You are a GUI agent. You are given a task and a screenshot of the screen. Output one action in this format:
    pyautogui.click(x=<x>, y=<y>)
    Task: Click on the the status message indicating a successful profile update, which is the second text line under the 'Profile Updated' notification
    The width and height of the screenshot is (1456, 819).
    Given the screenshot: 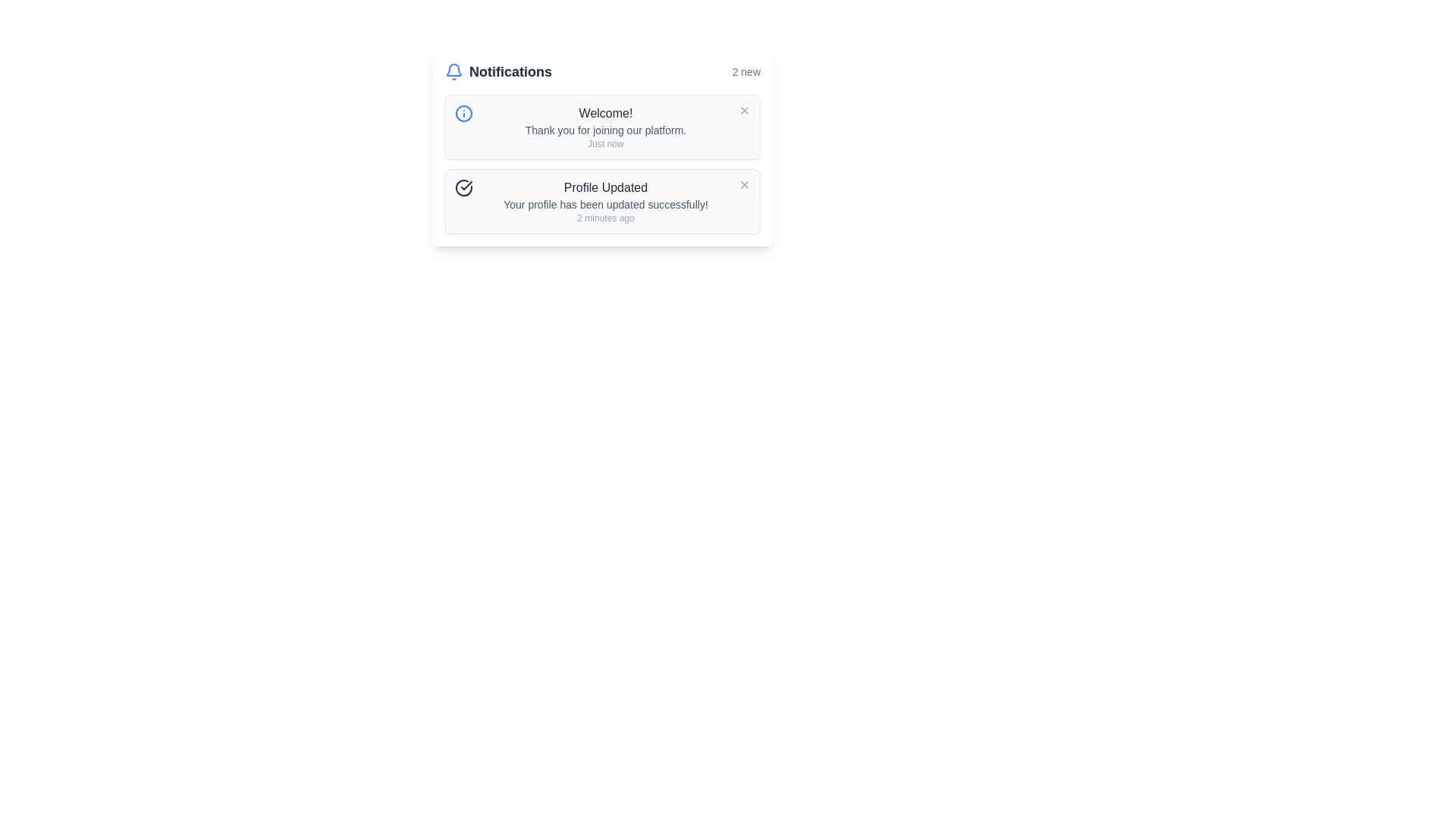 What is the action you would take?
    pyautogui.click(x=604, y=205)
    